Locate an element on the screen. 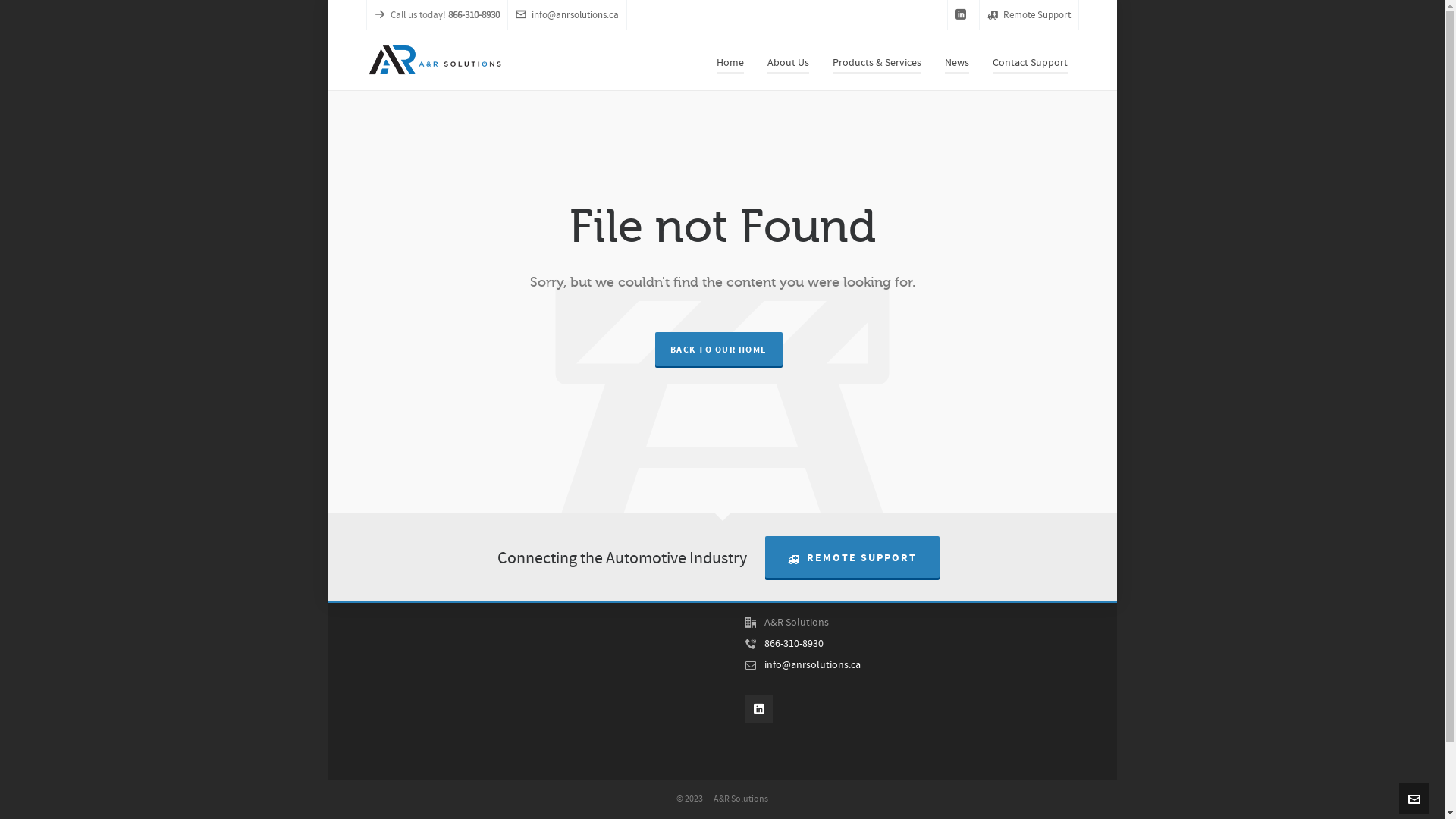 The width and height of the screenshot is (1456, 819). 'Products & Services' is located at coordinates (819, 60).